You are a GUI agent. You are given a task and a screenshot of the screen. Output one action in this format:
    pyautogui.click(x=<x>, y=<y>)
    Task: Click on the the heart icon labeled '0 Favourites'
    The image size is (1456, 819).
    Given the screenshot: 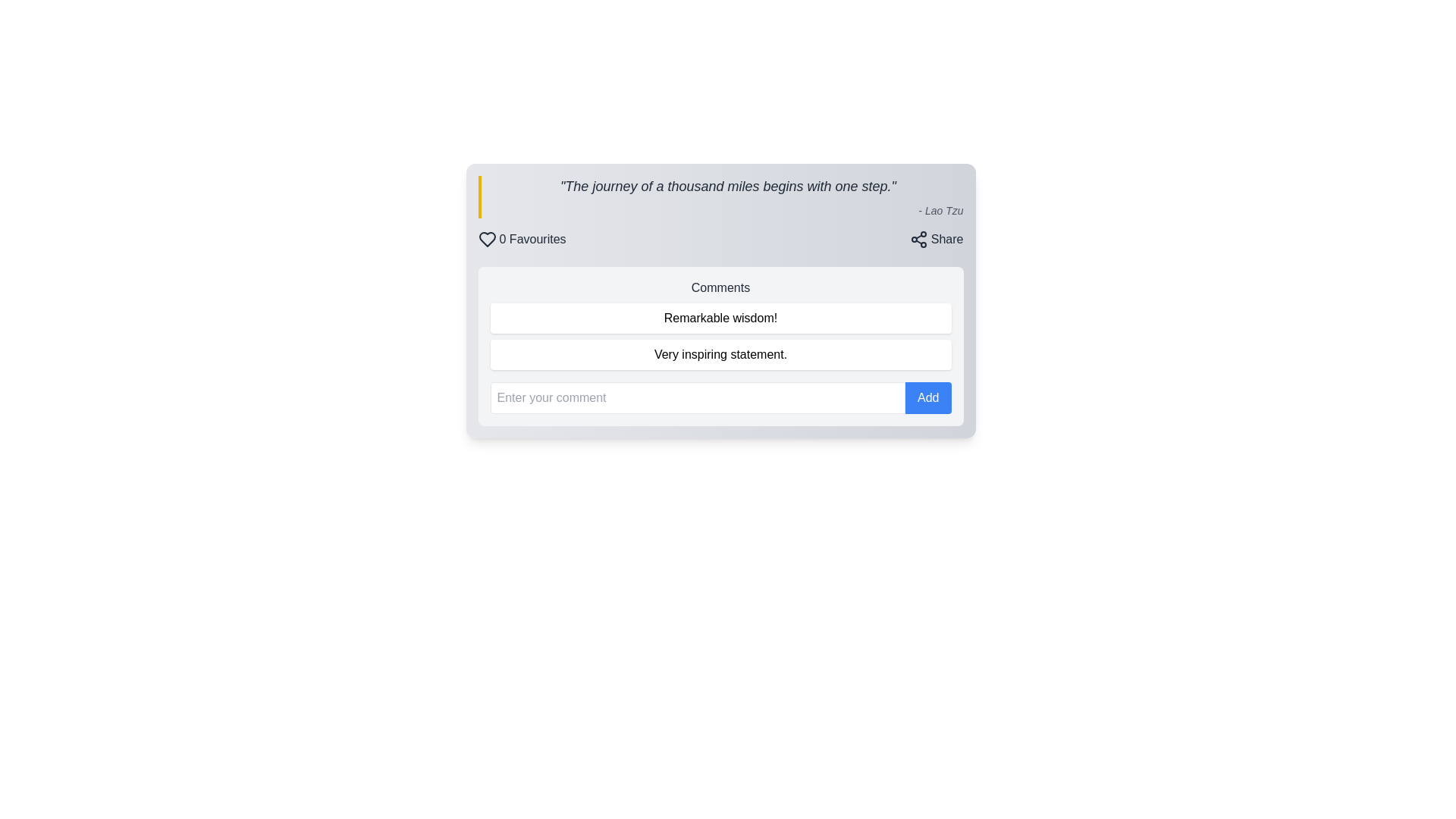 What is the action you would take?
    pyautogui.click(x=522, y=239)
    